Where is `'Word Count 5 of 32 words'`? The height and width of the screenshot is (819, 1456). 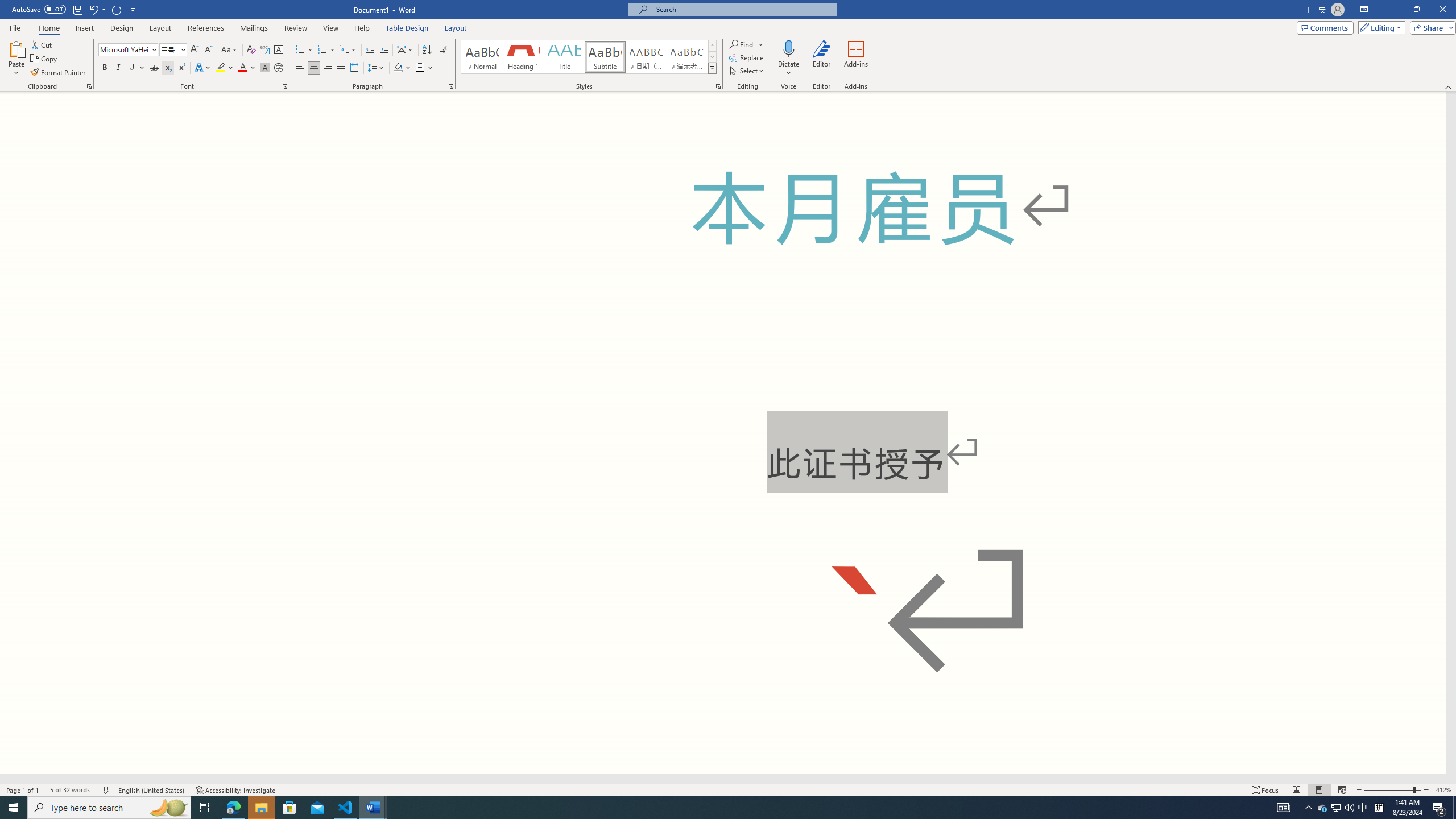 'Word Count 5 of 32 words' is located at coordinates (69, 790).